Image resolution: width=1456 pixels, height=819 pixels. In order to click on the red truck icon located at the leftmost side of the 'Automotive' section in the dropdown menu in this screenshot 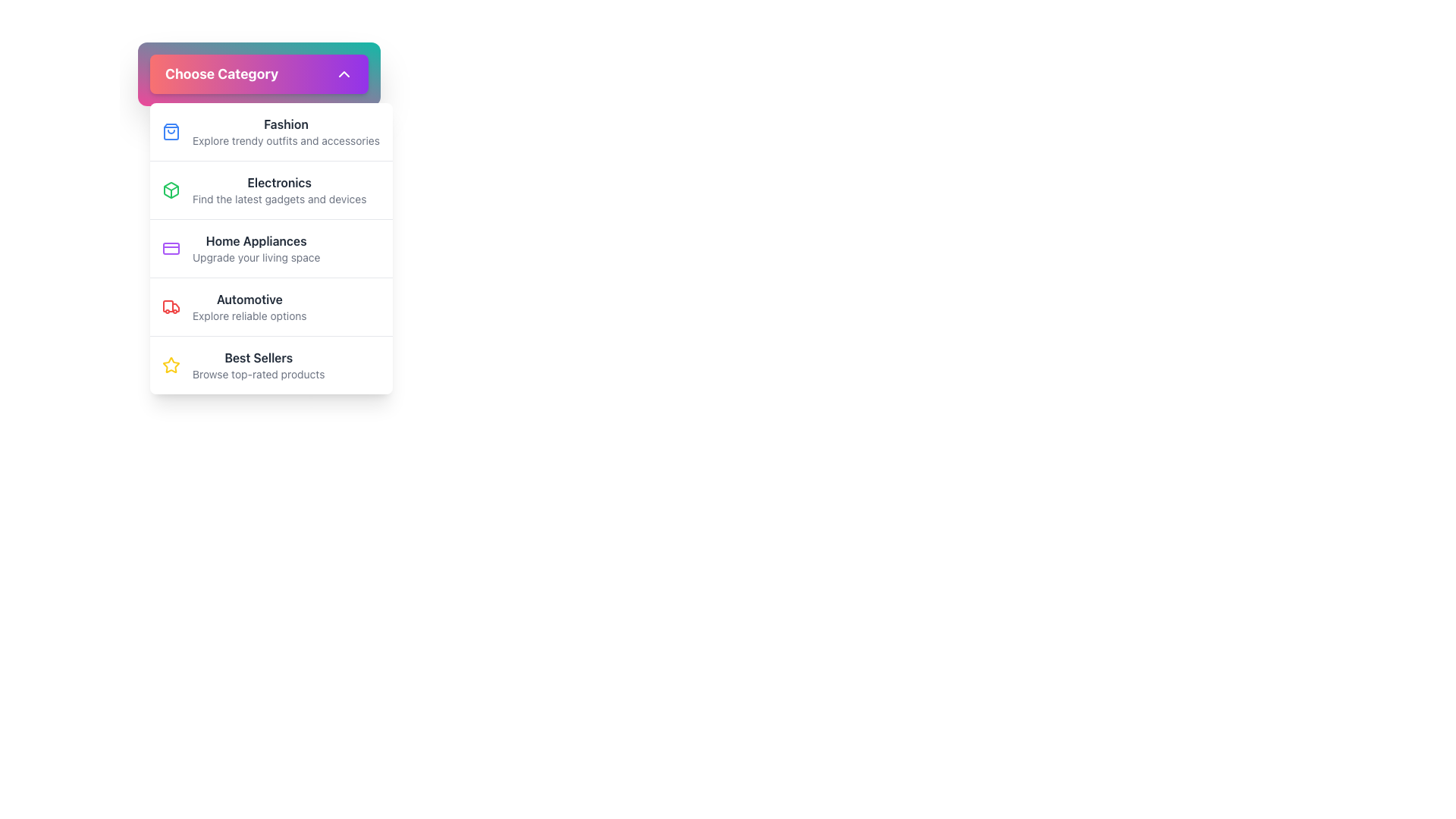, I will do `click(171, 307)`.